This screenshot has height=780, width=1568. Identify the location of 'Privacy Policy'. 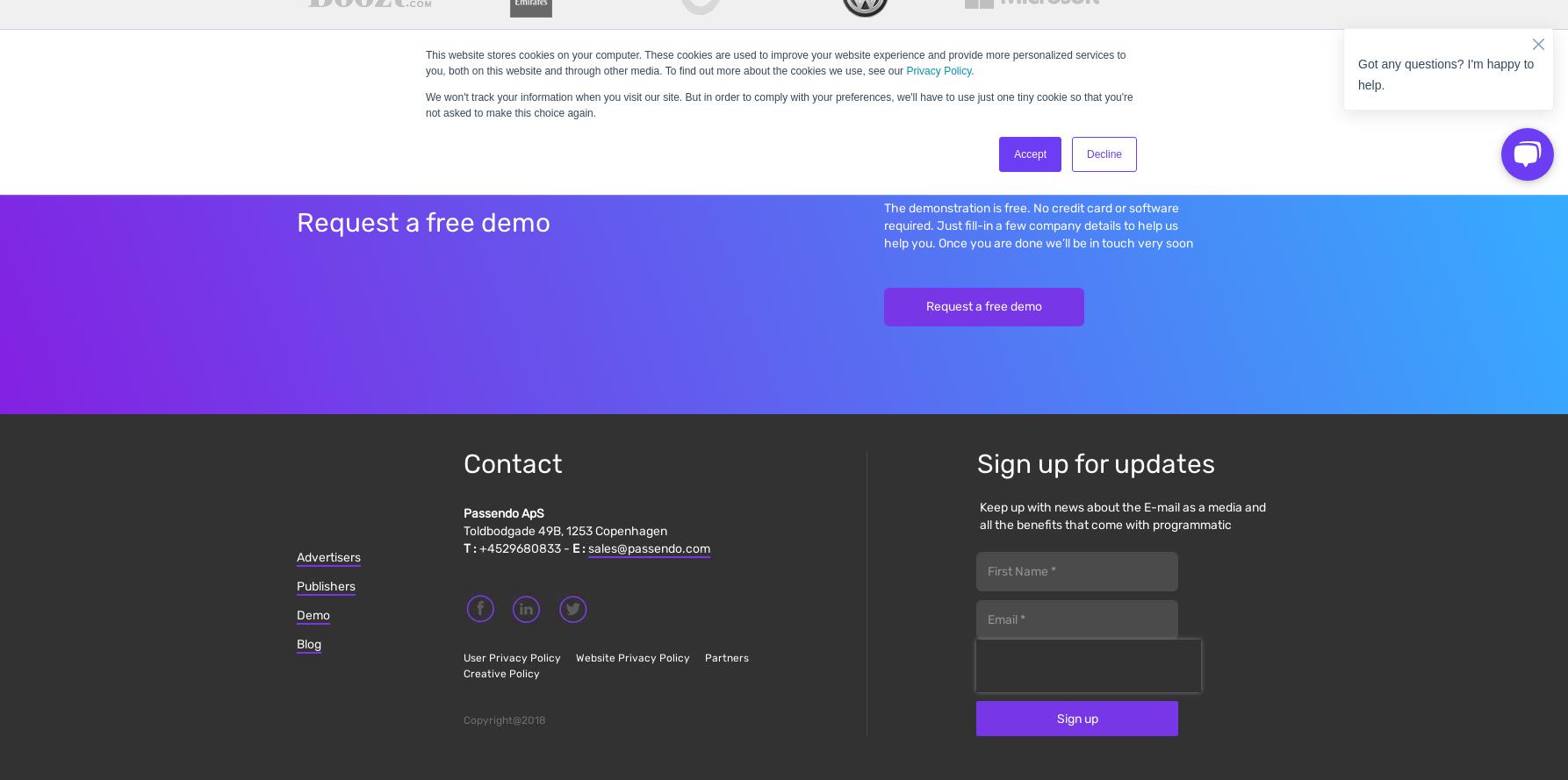
(905, 69).